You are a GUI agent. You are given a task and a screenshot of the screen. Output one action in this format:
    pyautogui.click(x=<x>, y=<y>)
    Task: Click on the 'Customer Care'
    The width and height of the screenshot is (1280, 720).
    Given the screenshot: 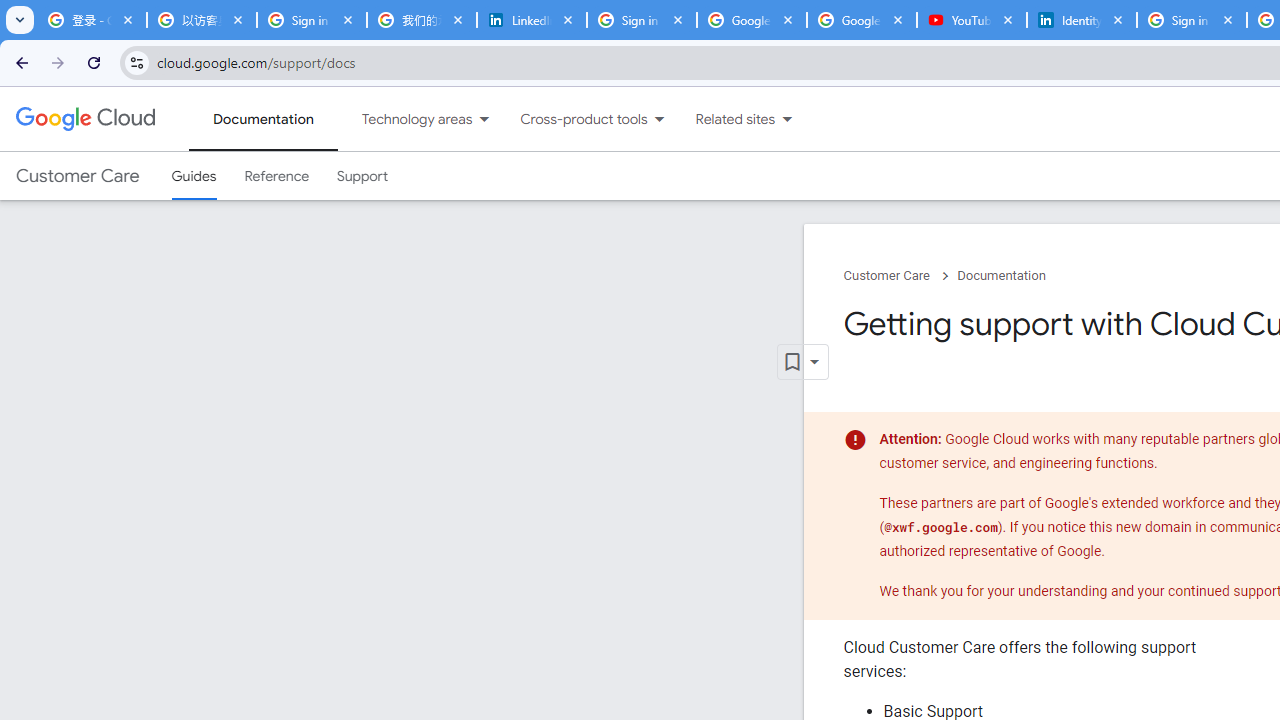 What is the action you would take?
    pyautogui.click(x=77, y=175)
    